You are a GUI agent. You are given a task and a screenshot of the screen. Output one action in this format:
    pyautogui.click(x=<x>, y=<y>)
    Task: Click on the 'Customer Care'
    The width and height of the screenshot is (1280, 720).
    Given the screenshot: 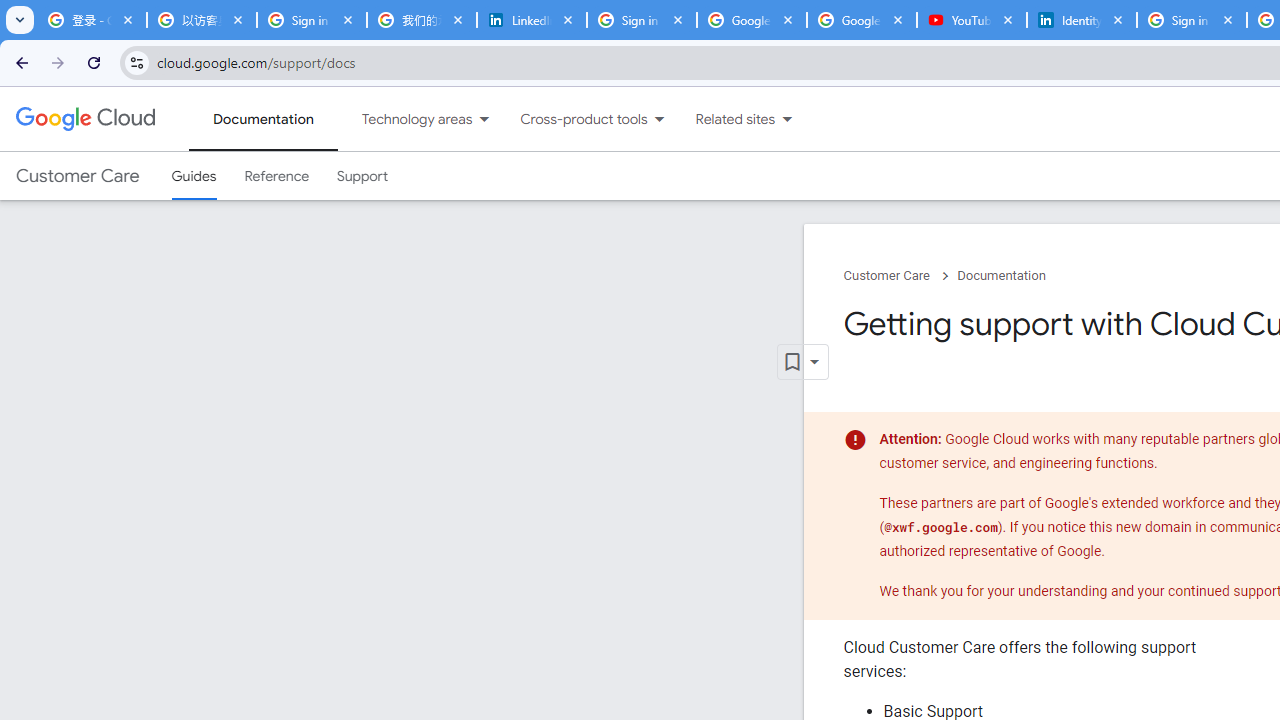 What is the action you would take?
    pyautogui.click(x=77, y=175)
    